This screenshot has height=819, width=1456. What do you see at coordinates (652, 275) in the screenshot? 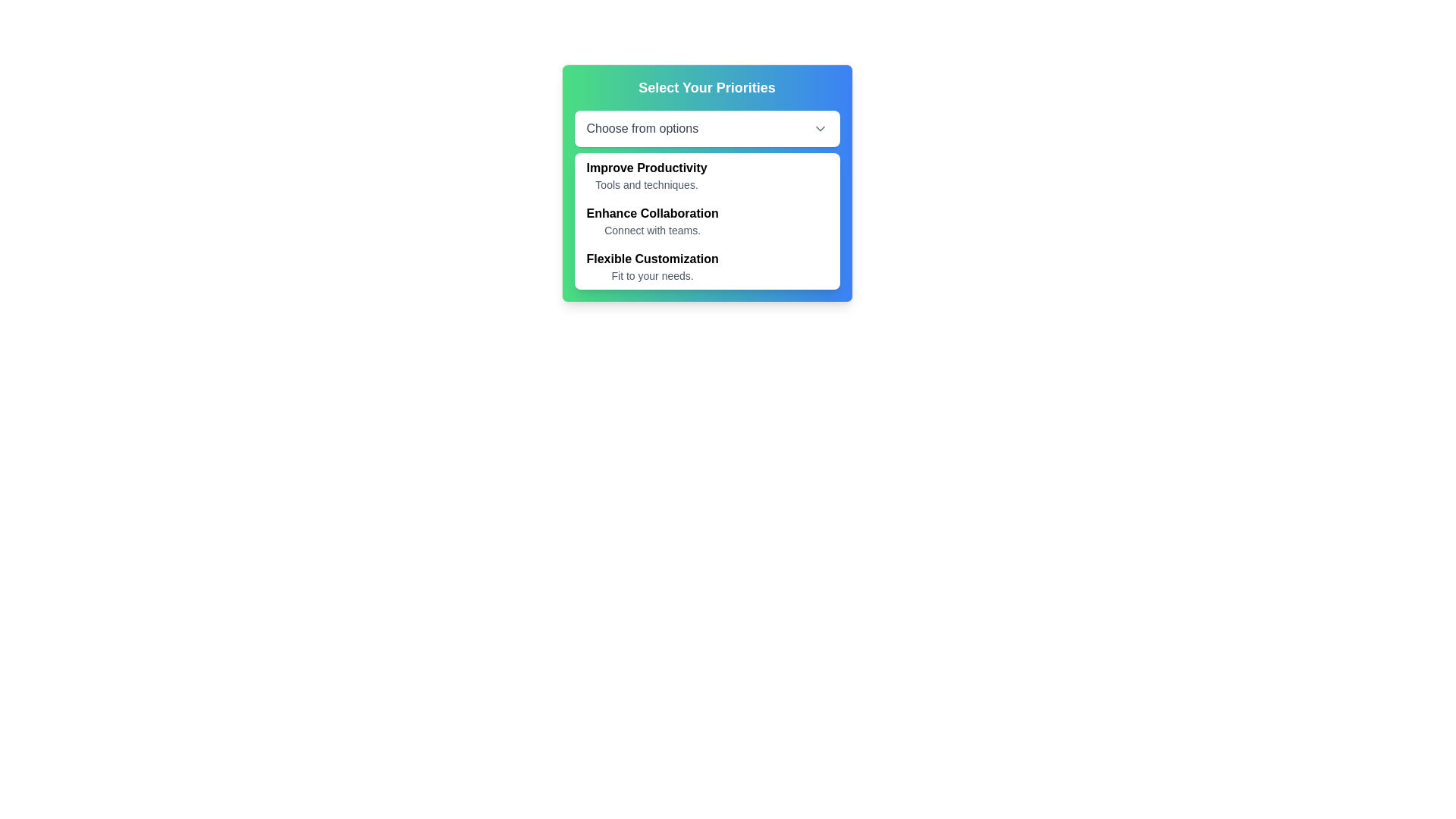
I see `the text label 'Fit to your needs.' which is styled in gray and located beneath the bolded label 'Flexible Customization' in the dropdown menu` at bounding box center [652, 275].